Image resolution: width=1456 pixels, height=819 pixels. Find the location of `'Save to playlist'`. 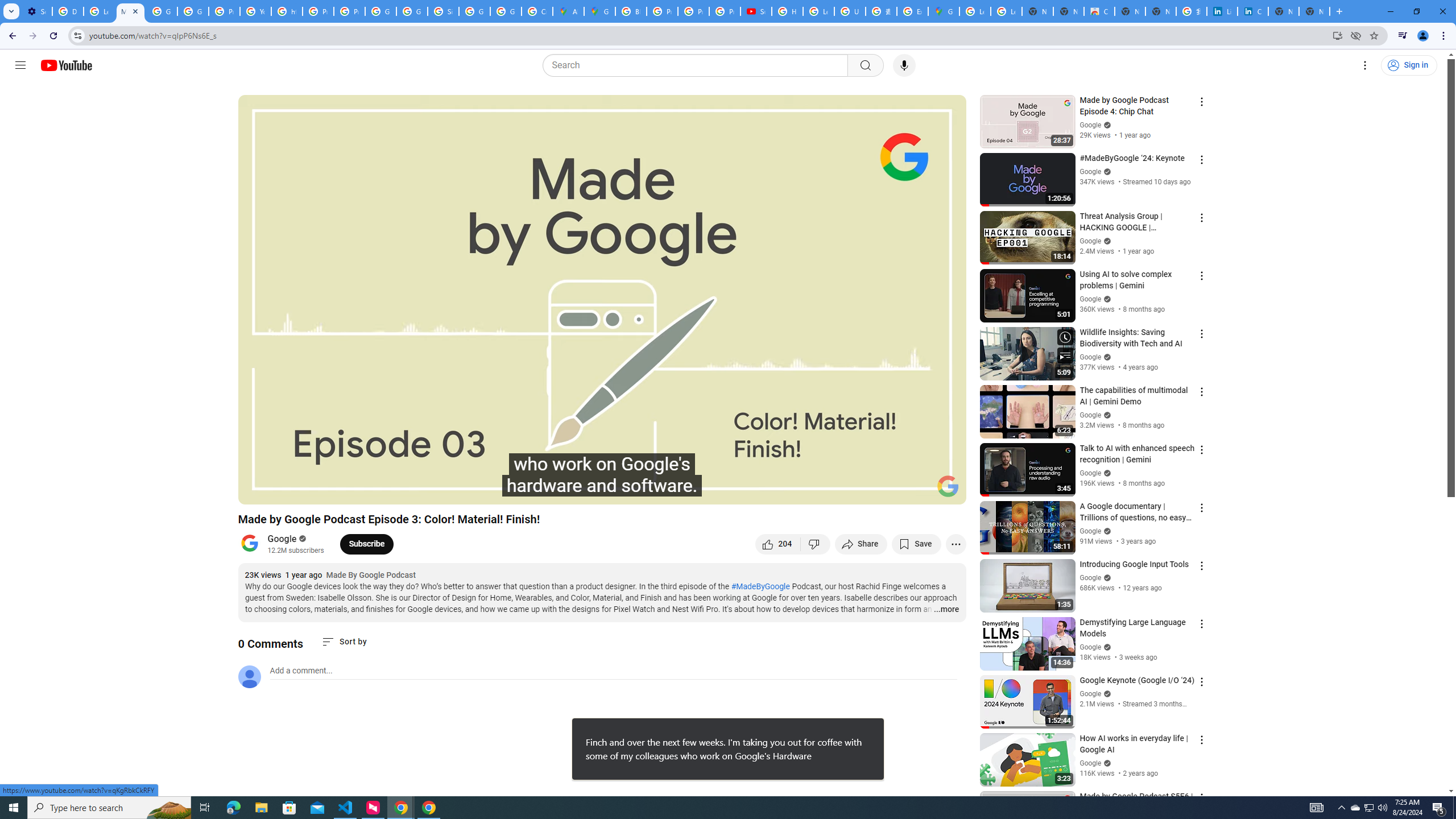

'Save to playlist' is located at coordinates (916, 543).